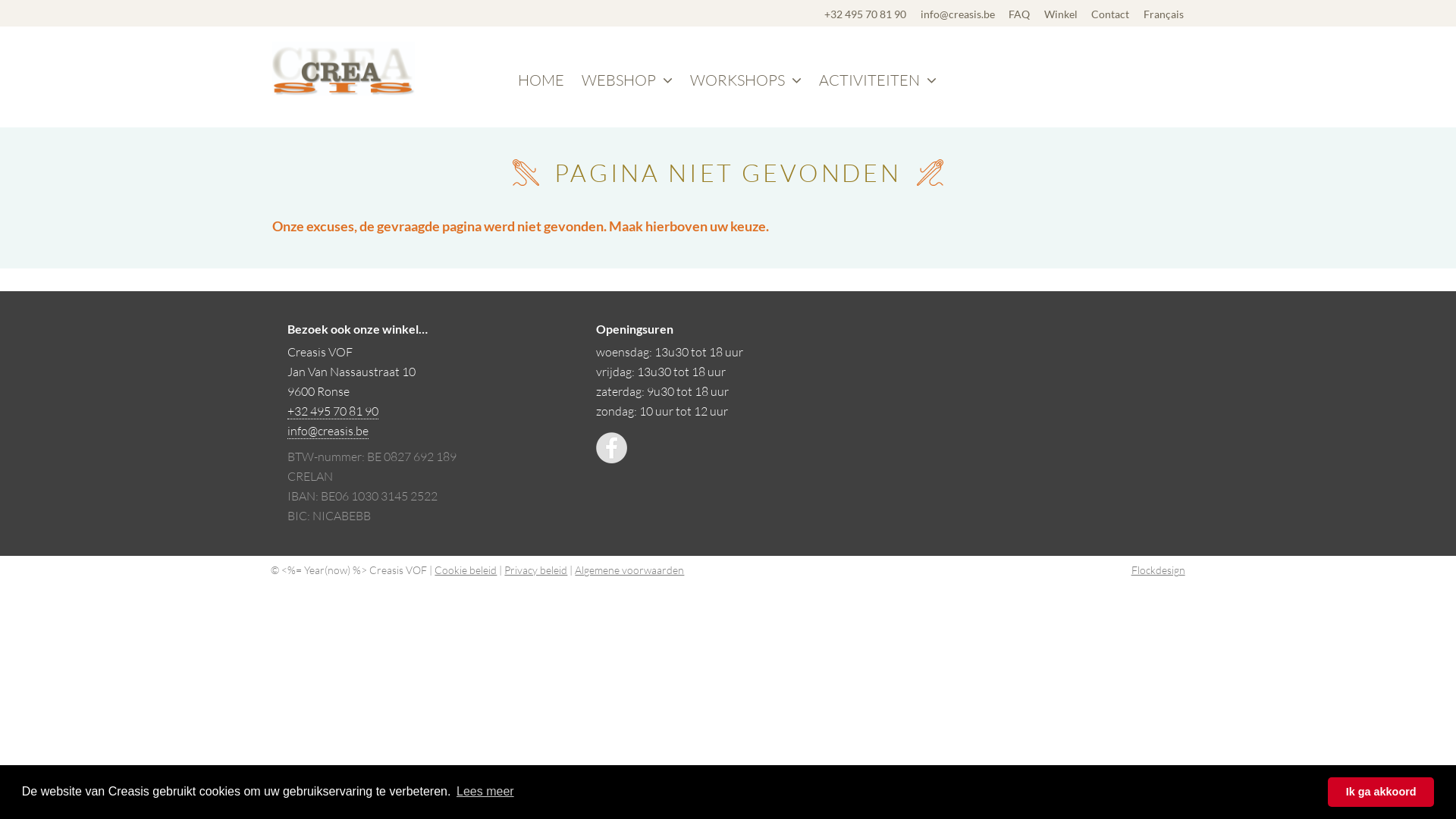 This screenshot has height=819, width=1456. What do you see at coordinates (629, 570) in the screenshot?
I see `'Algemene voorwaarden'` at bounding box center [629, 570].